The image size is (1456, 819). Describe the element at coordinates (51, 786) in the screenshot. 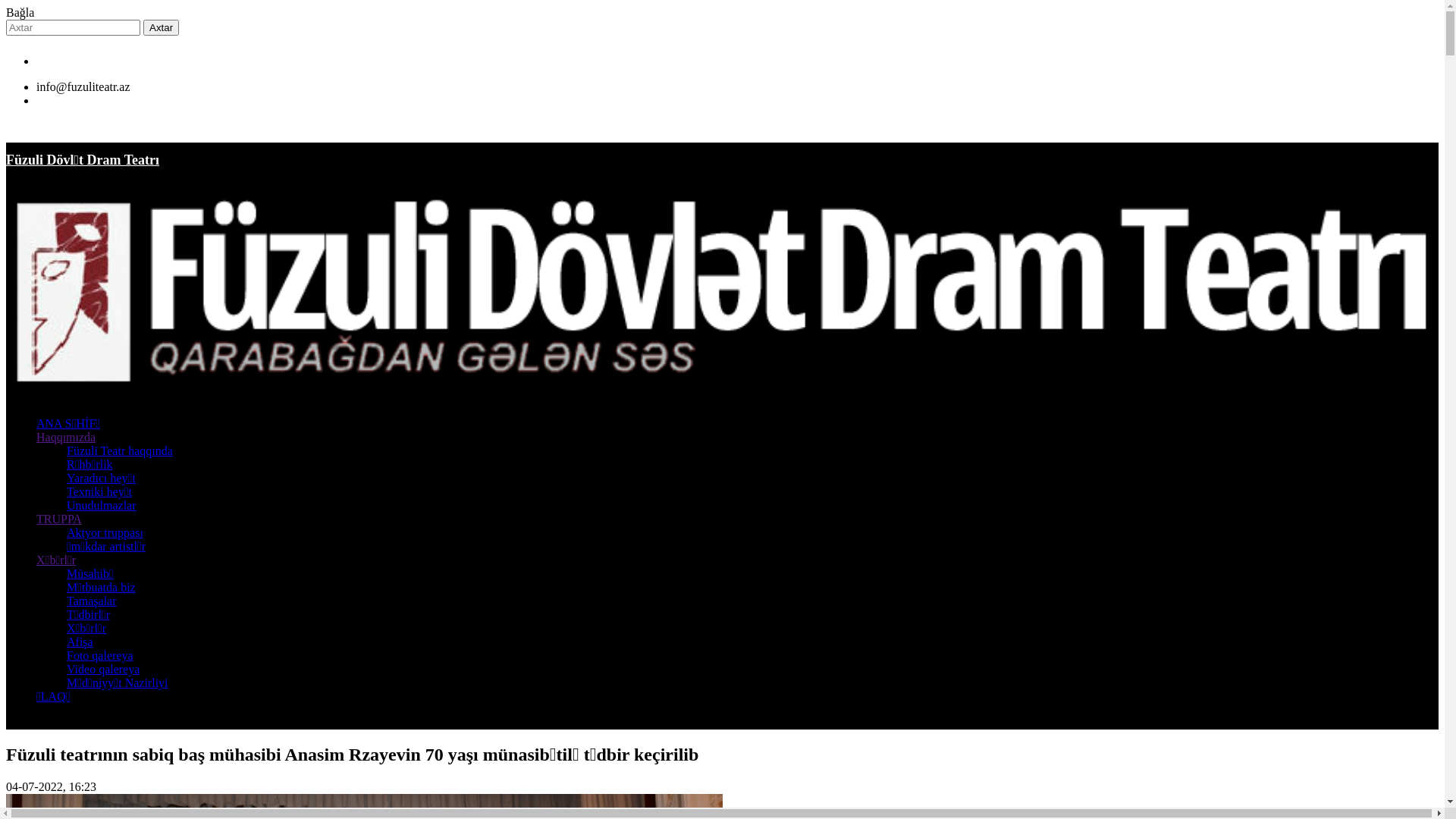

I see `'04-07-2022, 16:23'` at that location.